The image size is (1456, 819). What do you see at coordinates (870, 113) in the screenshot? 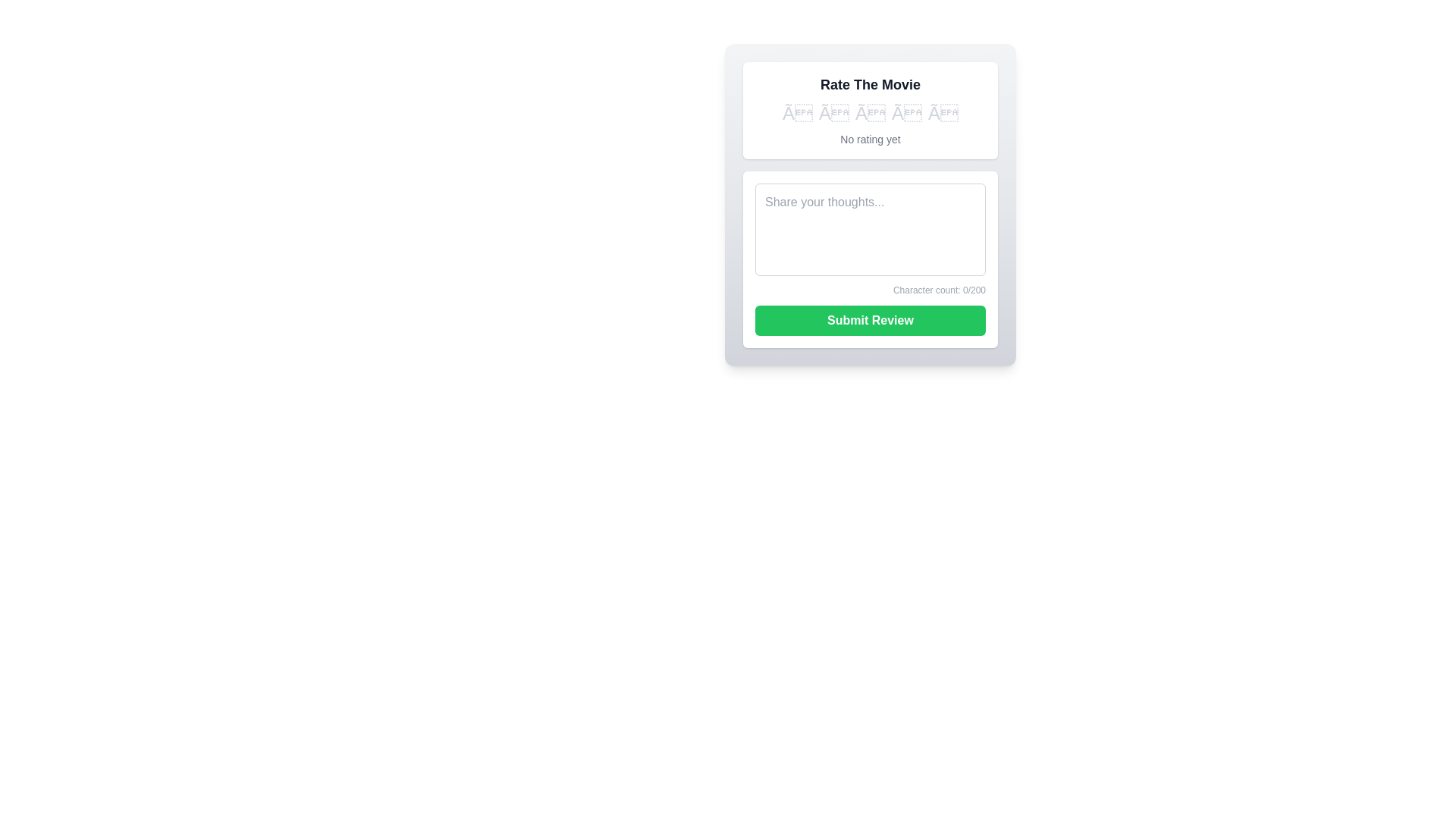
I see `the star corresponding to 3 to set the movie rating` at bounding box center [870, 113].